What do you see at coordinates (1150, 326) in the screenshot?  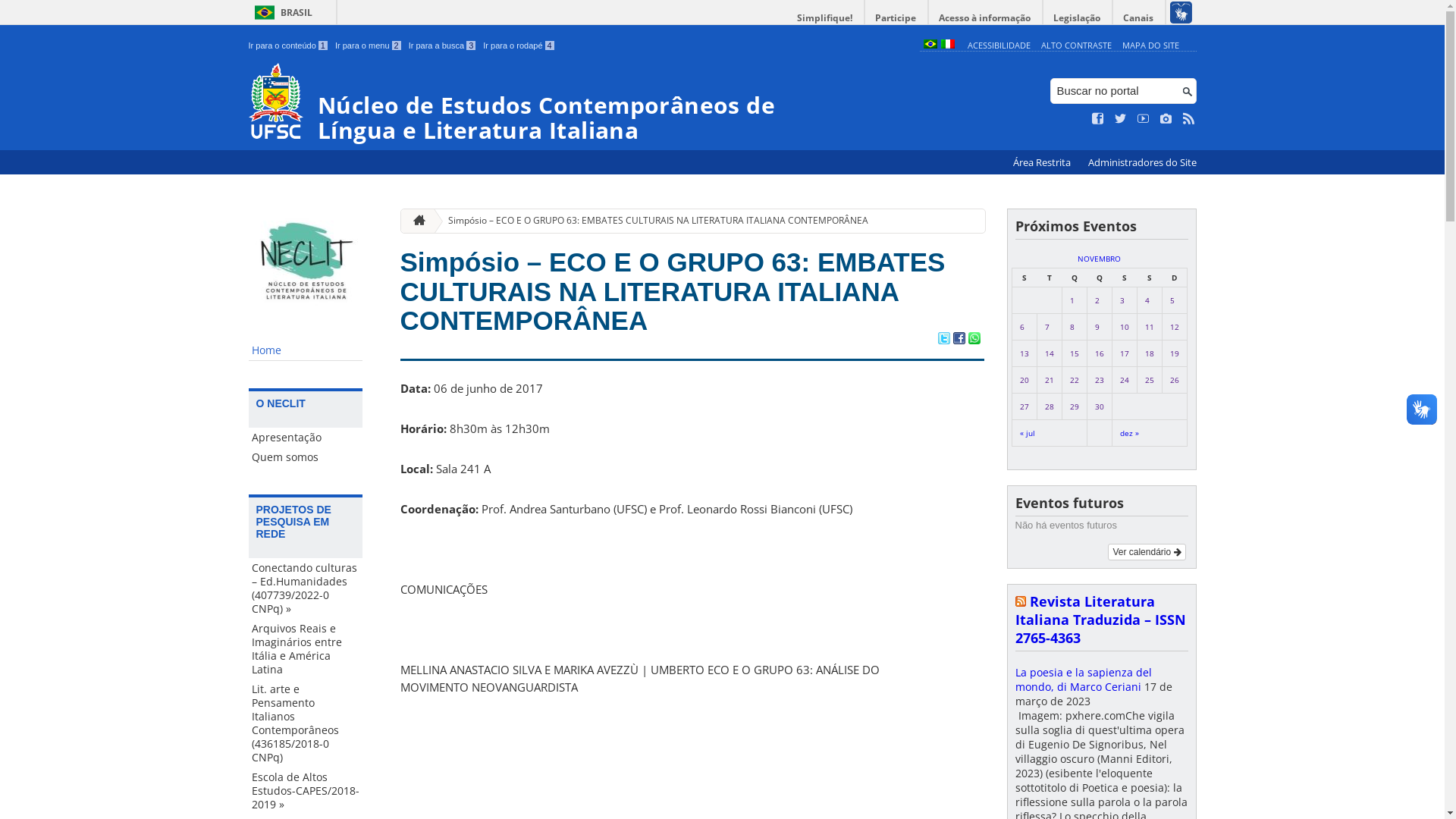 I see `'11'` at bounding box center [1150, 326].